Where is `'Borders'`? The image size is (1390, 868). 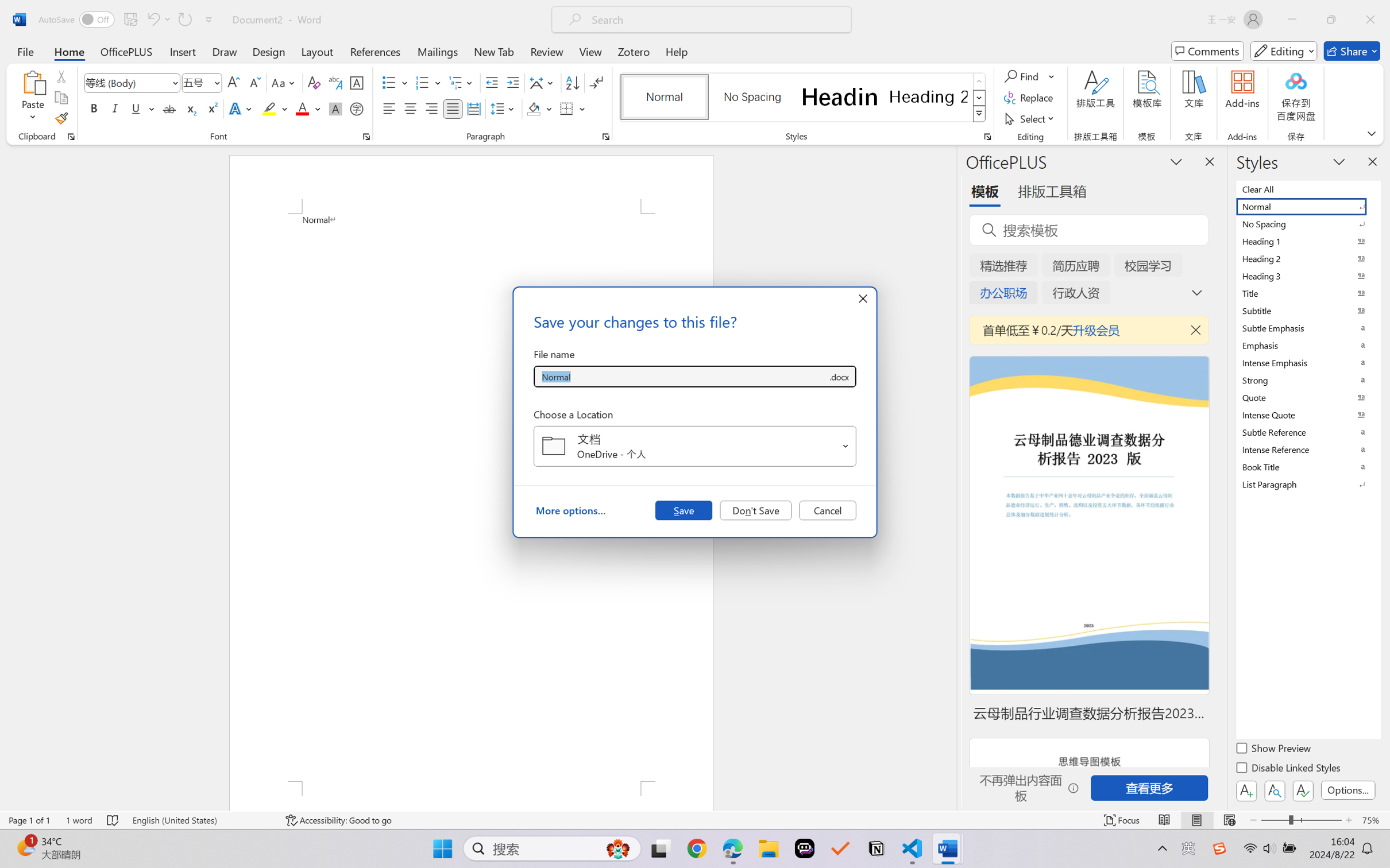 'Borders' is located at coordinates (572, 108).